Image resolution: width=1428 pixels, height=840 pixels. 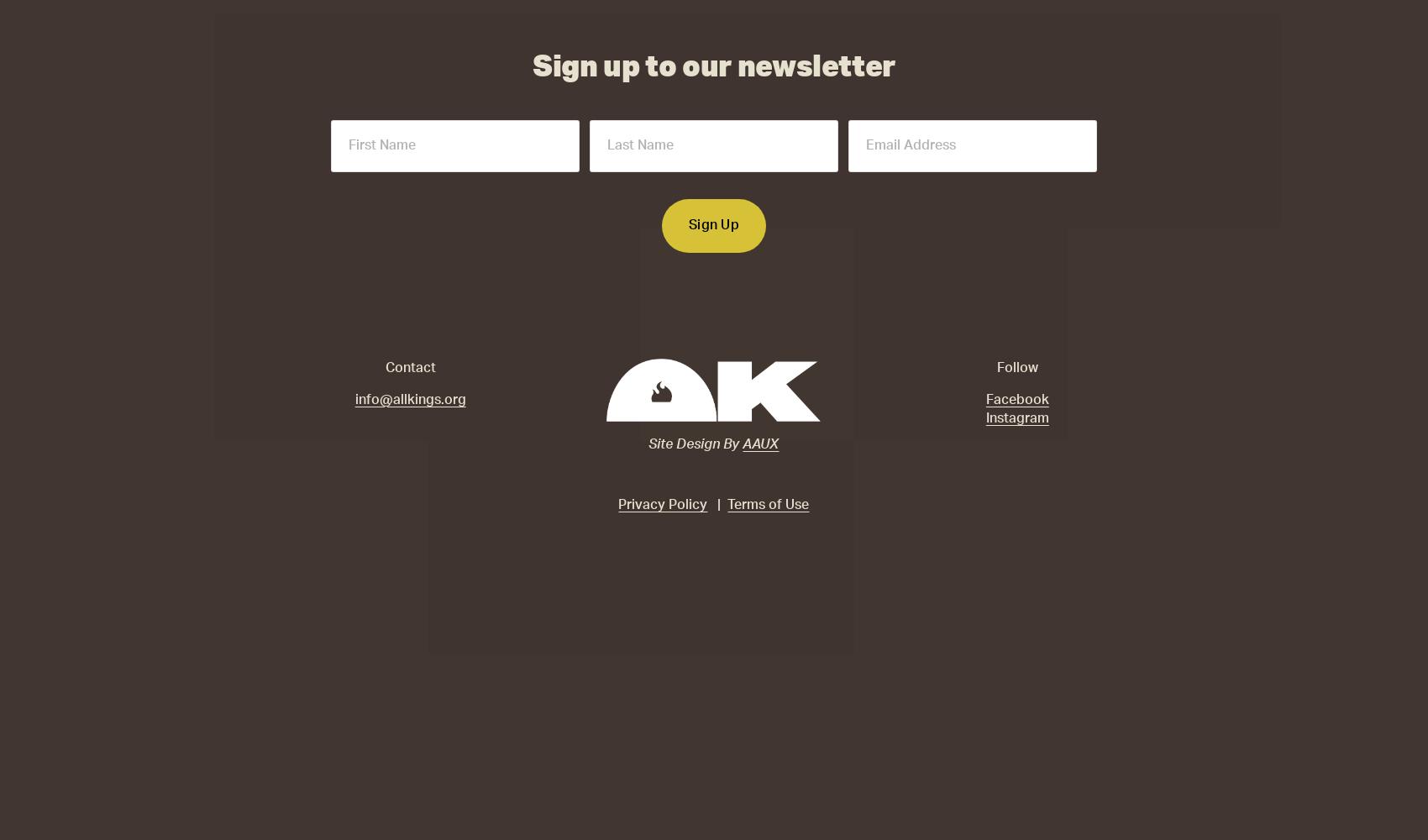 I want to click on 'Site Design By', so click(x=695, y=444).